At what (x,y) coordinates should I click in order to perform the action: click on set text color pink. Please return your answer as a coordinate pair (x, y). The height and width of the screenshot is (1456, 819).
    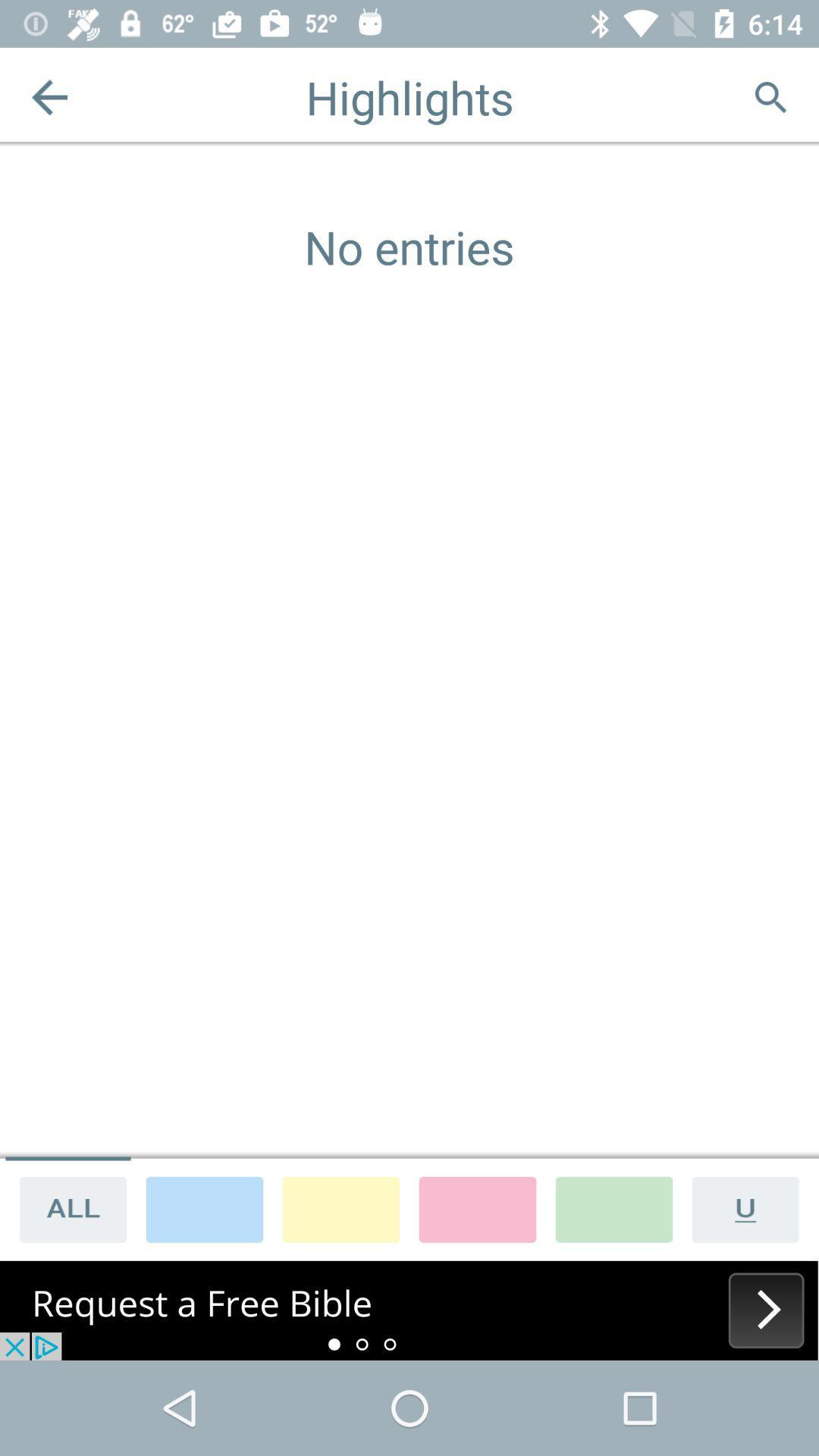
    Looking at the image, I should click on (476, 1208).